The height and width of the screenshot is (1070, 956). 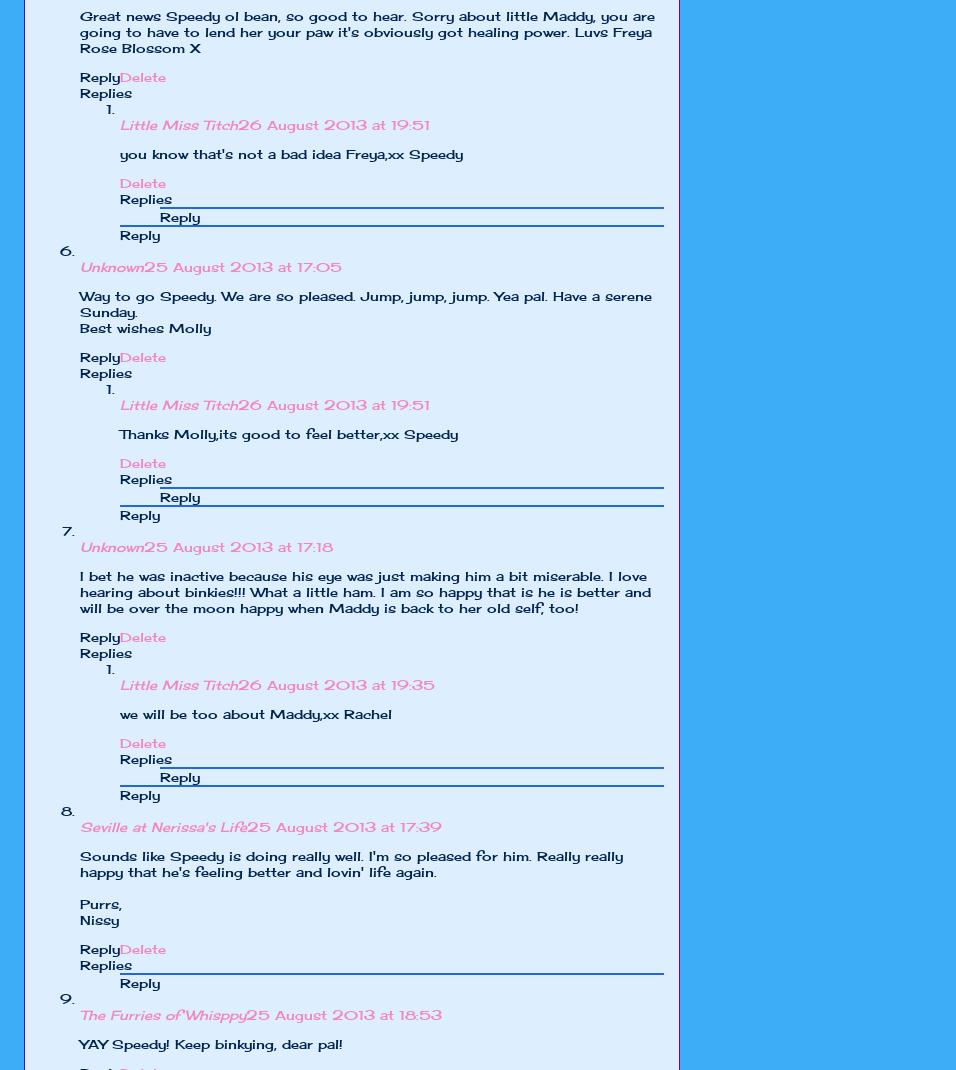 What do you see at coordinates (79, 827) in the screenshot?
I see `'Seville at Nerissa's Life'` at bounding box center [79, 827].